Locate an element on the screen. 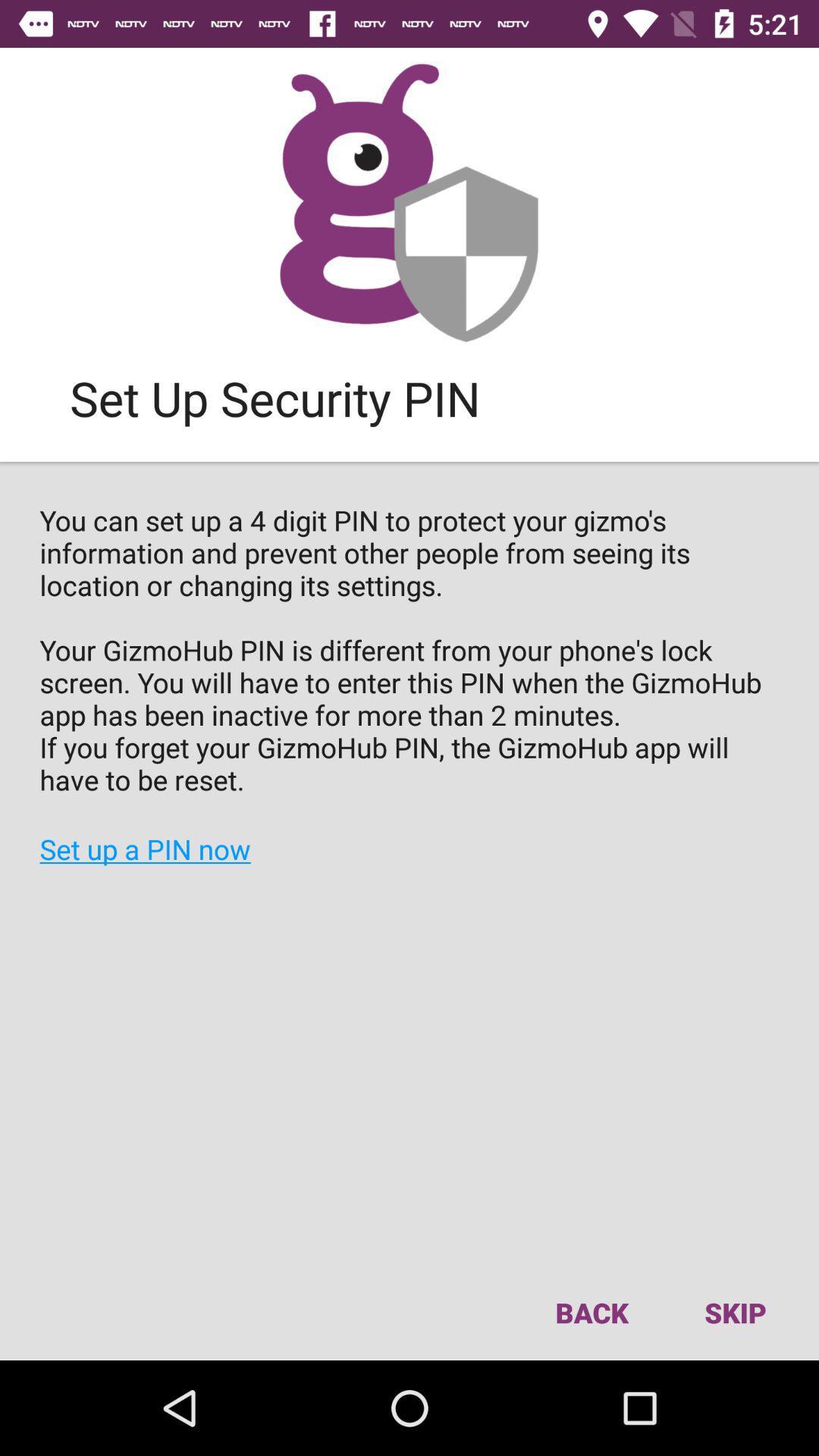  skip icon is located at coordinates (734, 1312).